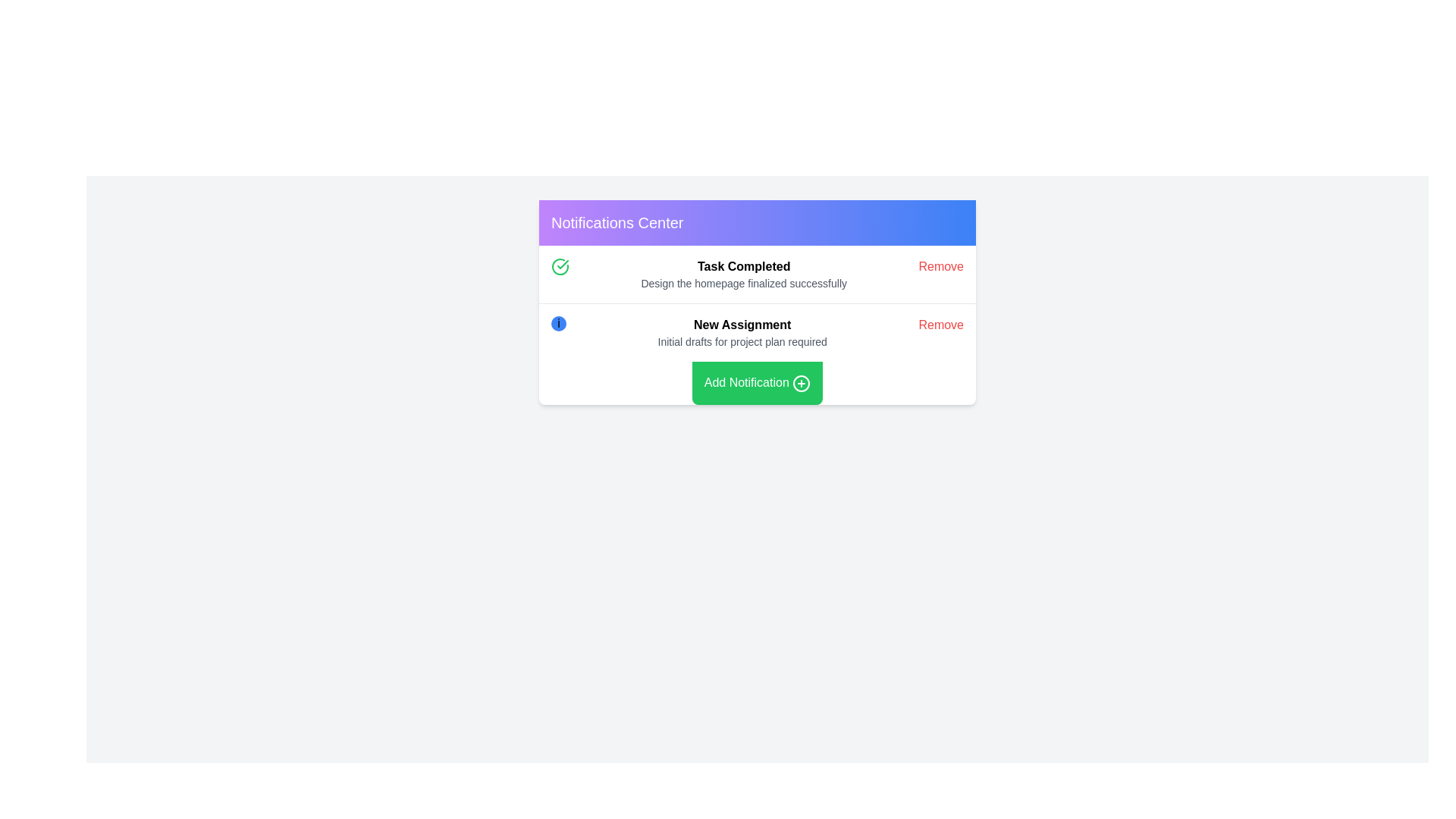 This screenshot has width=1456, height=819. What do you see at coordinates (801, 382) in the screenshot?
I see `the decorative SVG circle element that is part of the '+' icon in the button located at the bottom center of the notification center area` at bounding box center [801, 382].